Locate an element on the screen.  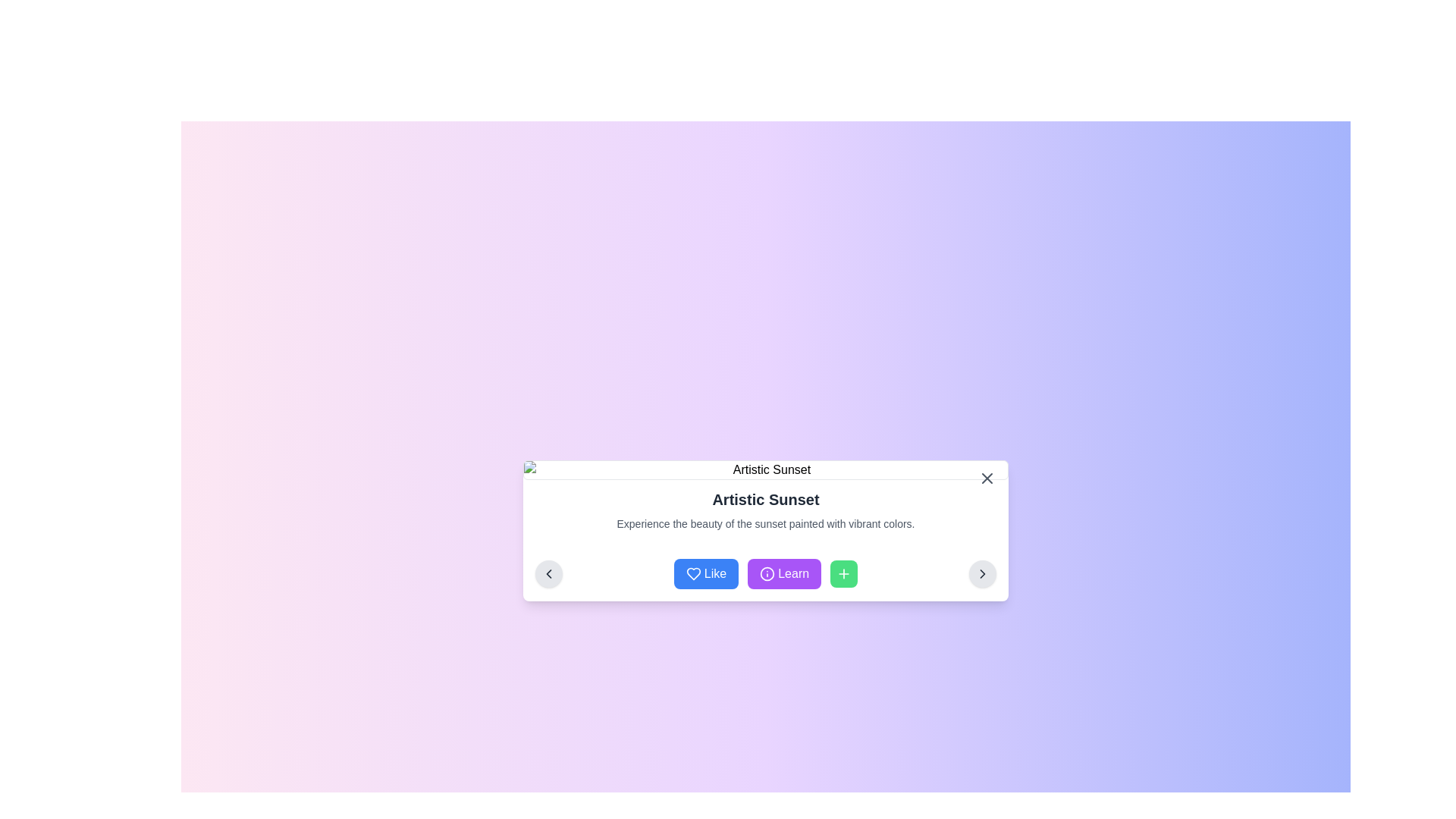
the 'plus' icon which is a white SVG graphic on a green button located at the bottom right corner of the interface for accessibility features is located at coordinates (843, 573).